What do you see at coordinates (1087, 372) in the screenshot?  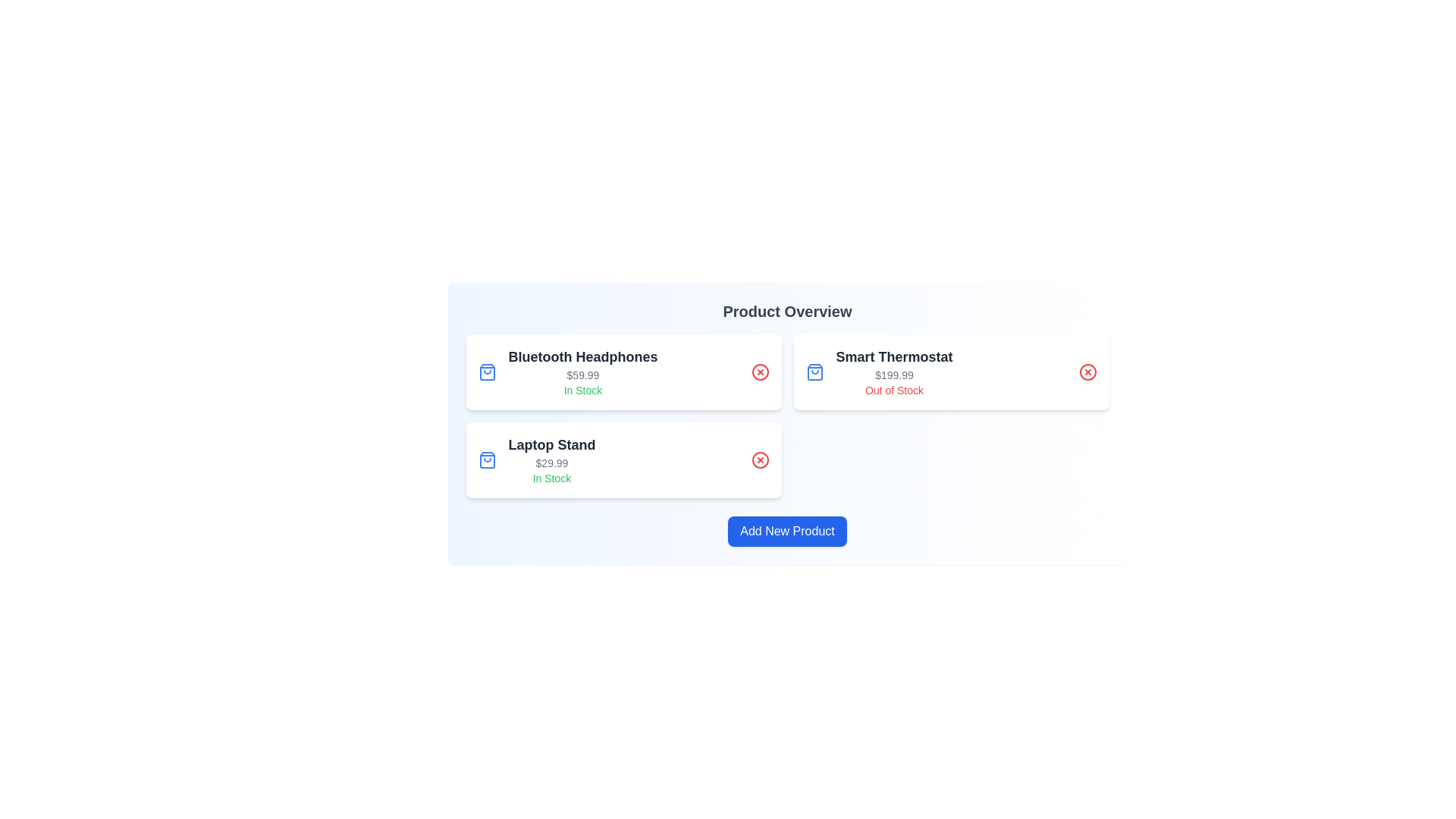 I see `remove button for the product identified by Smart Thermostat` at bounding box center [1087, 372].